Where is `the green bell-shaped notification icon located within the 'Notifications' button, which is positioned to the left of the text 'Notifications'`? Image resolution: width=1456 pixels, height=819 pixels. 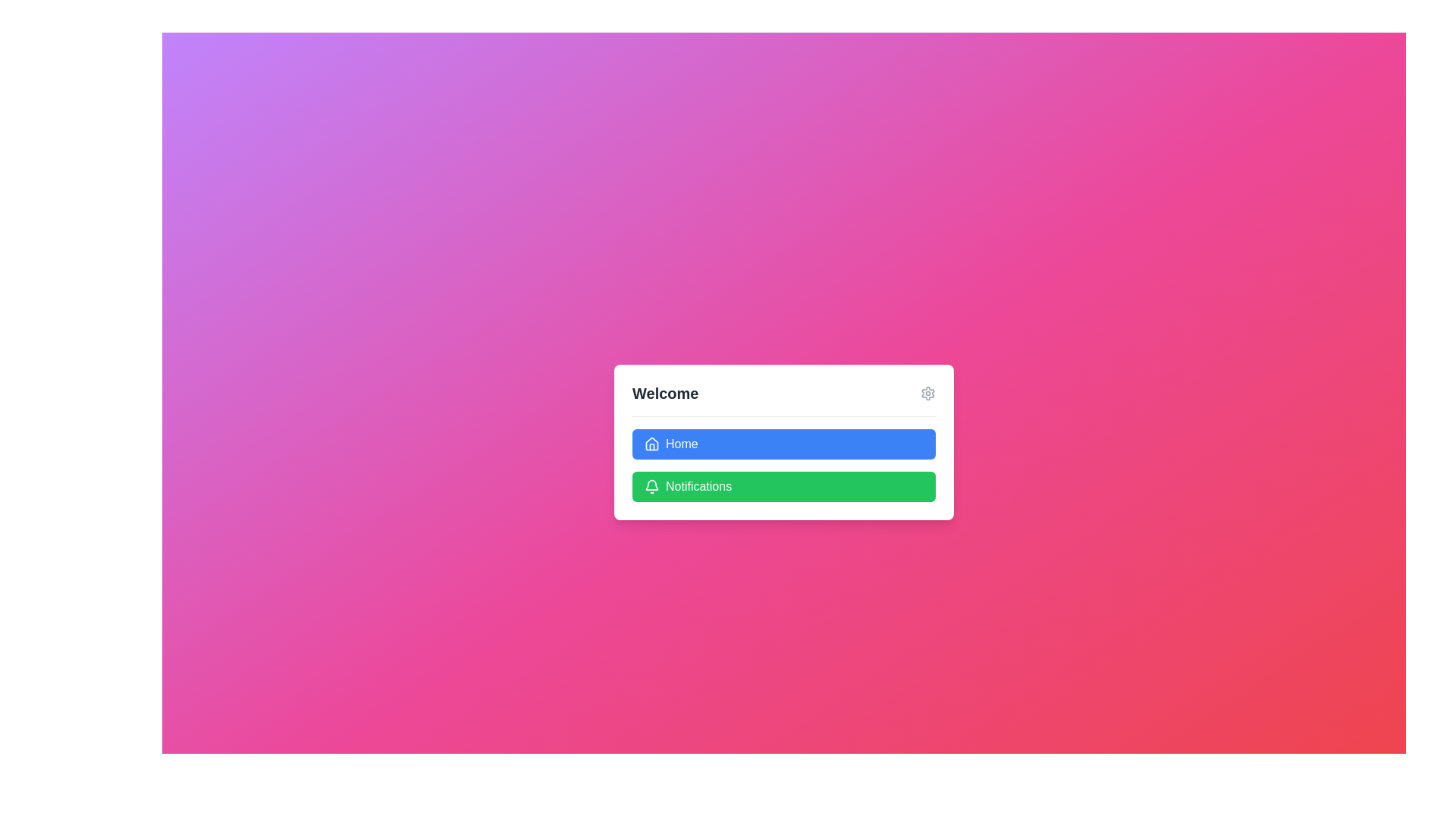
the green bell-shaped notification icon located within the 'Notifications' button, which is positioned to the left of the text 'Notifications' is located at coordinates (651, 485).